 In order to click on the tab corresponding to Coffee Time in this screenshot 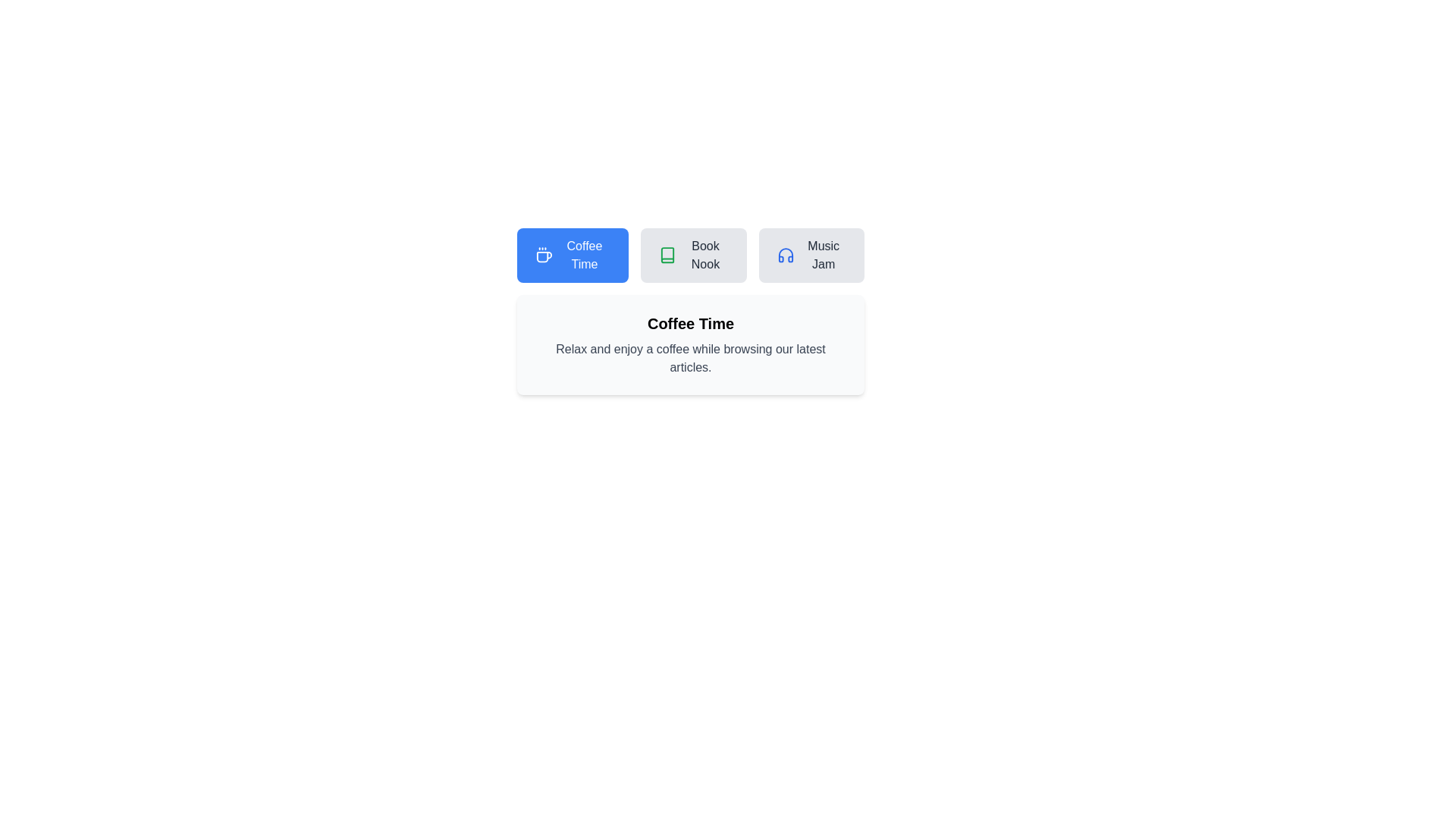, I will do `click(571, 254)`.